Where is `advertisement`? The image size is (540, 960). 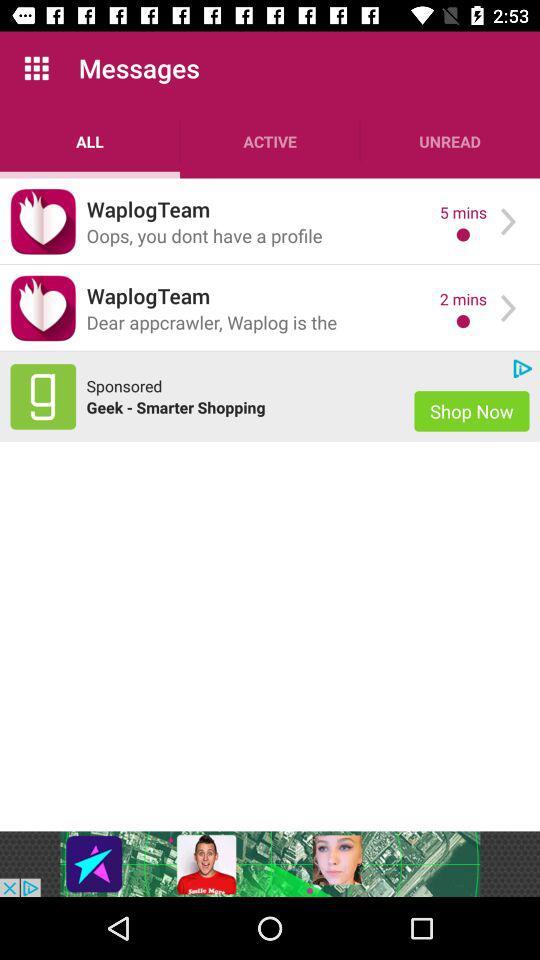 advertisement is located at coordinates (43, 395).